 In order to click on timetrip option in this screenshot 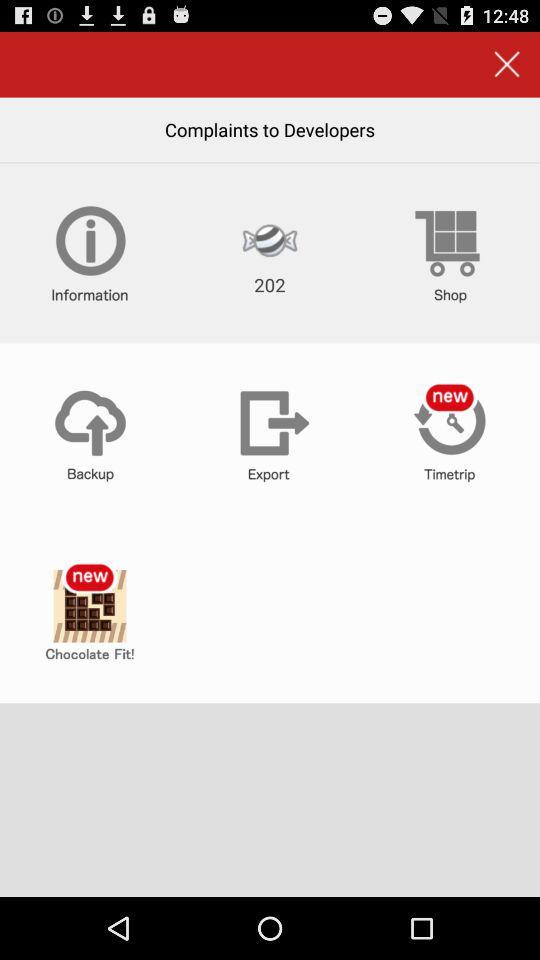, I will do `click(449, 433)`.